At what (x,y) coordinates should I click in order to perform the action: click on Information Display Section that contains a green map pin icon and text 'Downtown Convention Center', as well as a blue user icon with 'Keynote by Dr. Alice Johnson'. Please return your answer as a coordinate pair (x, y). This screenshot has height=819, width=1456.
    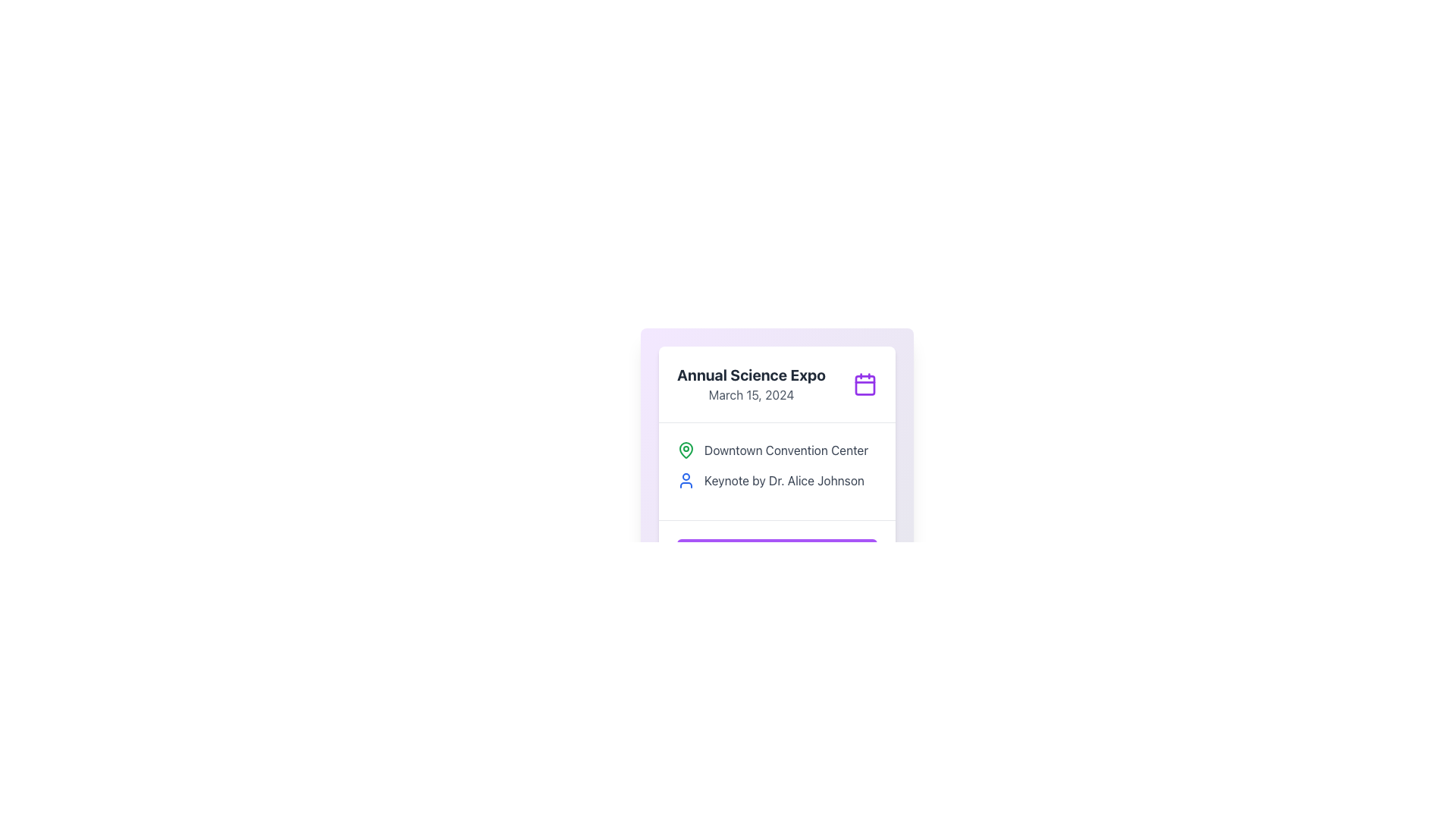
    Looking at the image, I should click on (777, 470).